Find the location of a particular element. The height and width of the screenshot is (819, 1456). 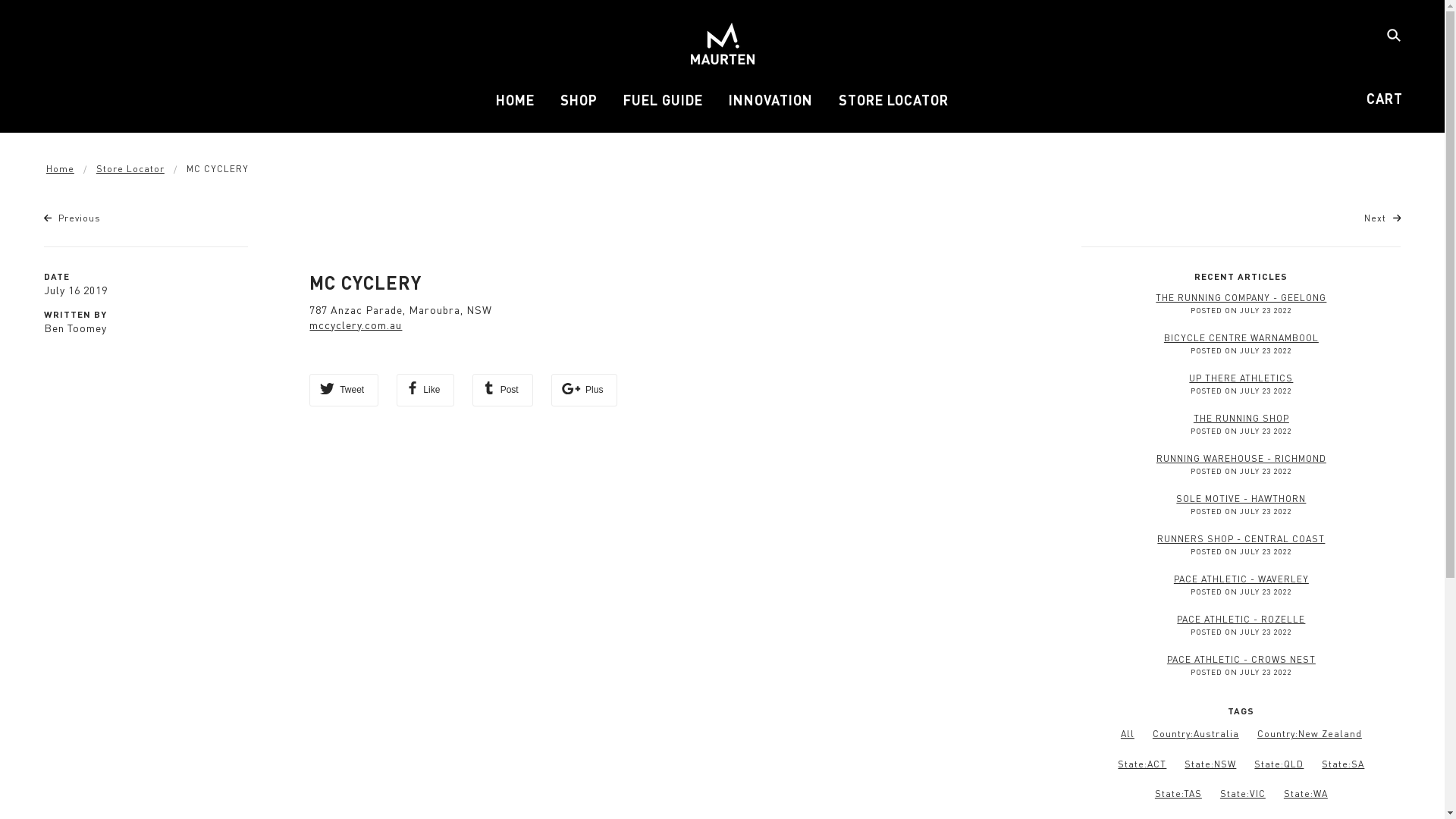

'PACE ATHLETIC - CROWS NEST' is located at coordinates (1166, 658).